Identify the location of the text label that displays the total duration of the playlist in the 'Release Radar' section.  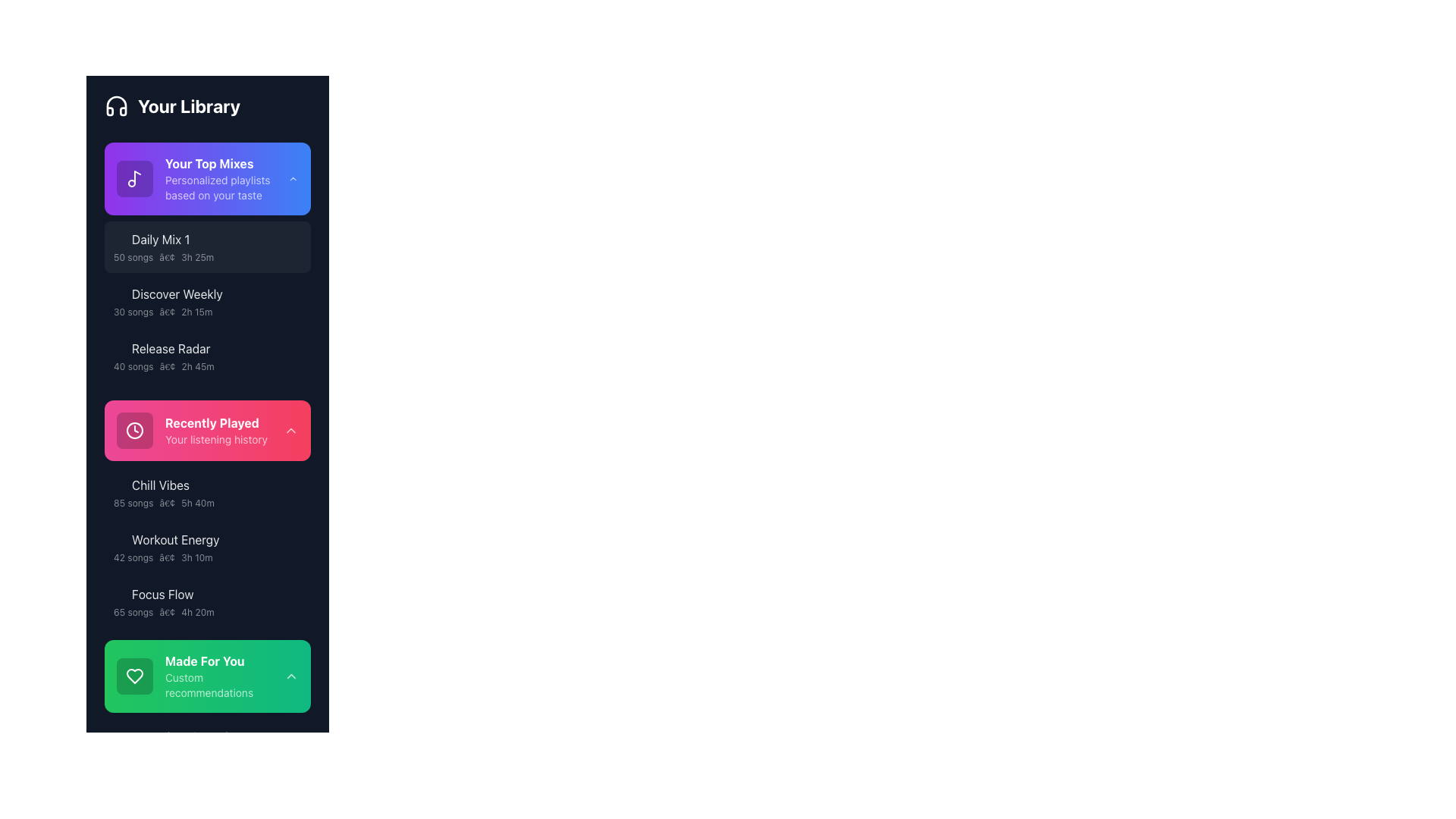
(197, 366).